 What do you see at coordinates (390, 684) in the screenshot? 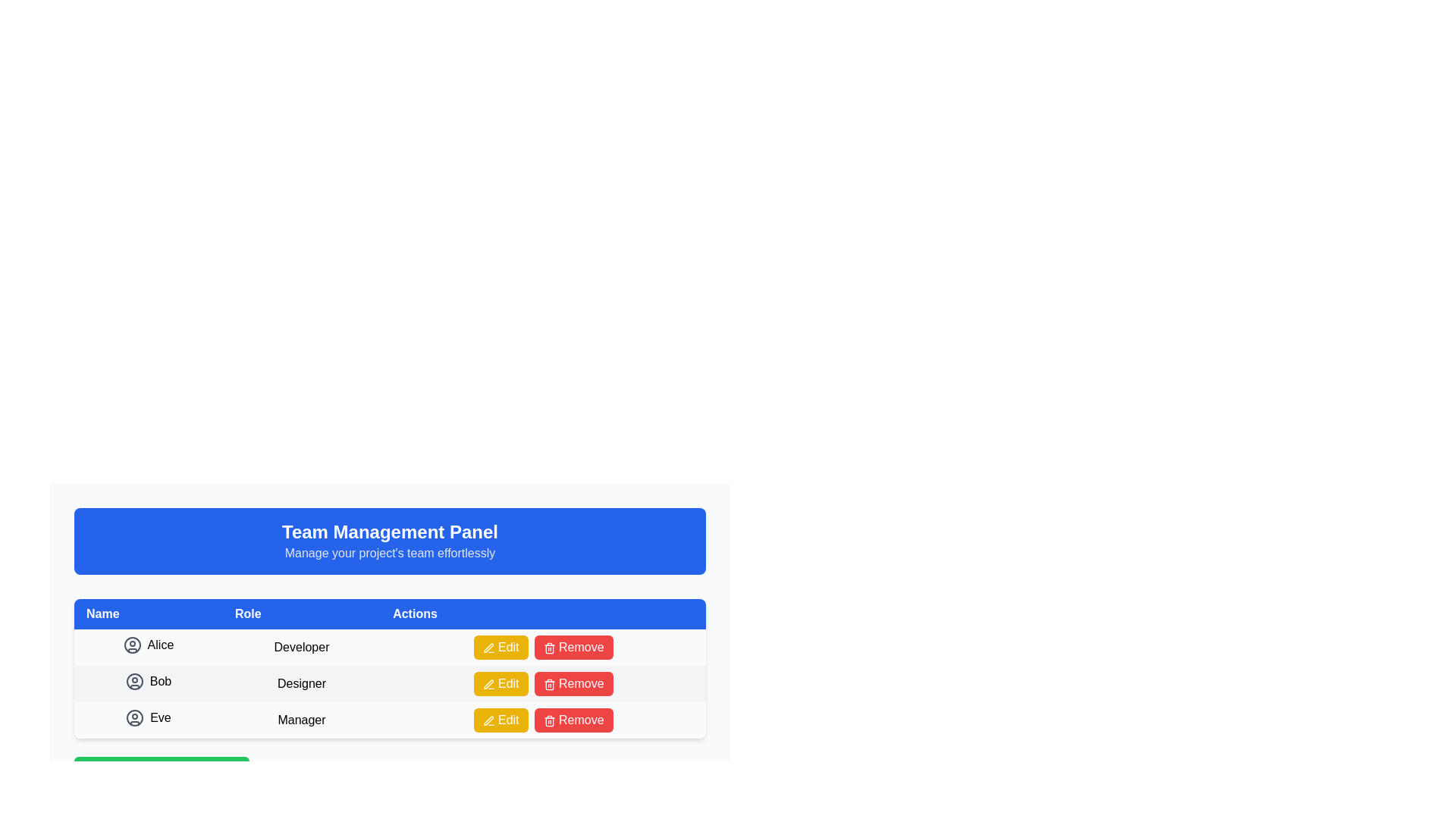
I see `the second row in the table that displays the name 'Bob' and the role 'Designer', which contains 'Edit' and 'Remove' buttons` at bounding box center [390, 684].